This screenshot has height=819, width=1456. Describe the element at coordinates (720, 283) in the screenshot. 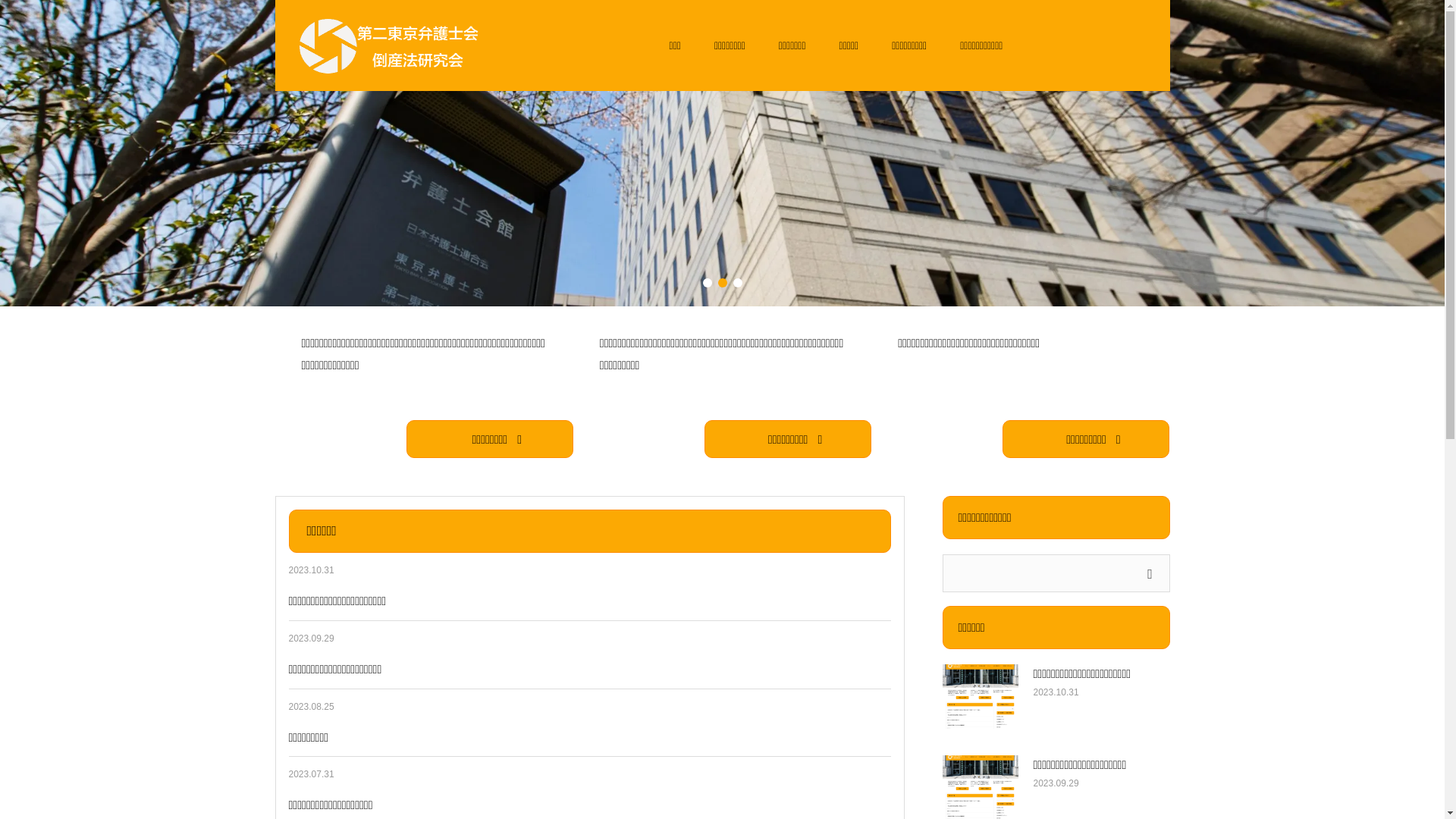

I see `'2'` at that location.